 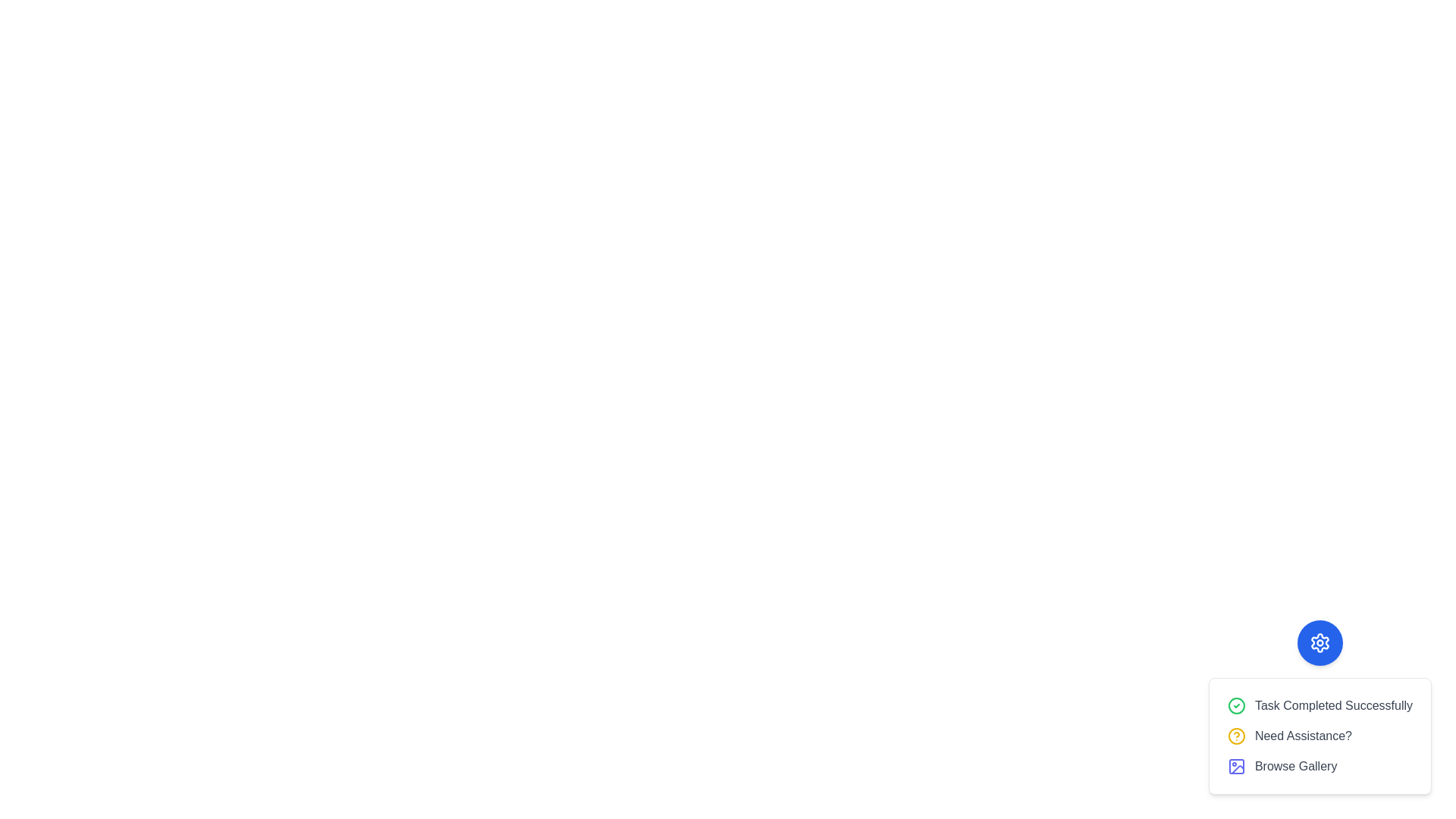 I want to click on the informational and interactive group at the bottom-right corner of the interface, so click(x=1319, y=736).